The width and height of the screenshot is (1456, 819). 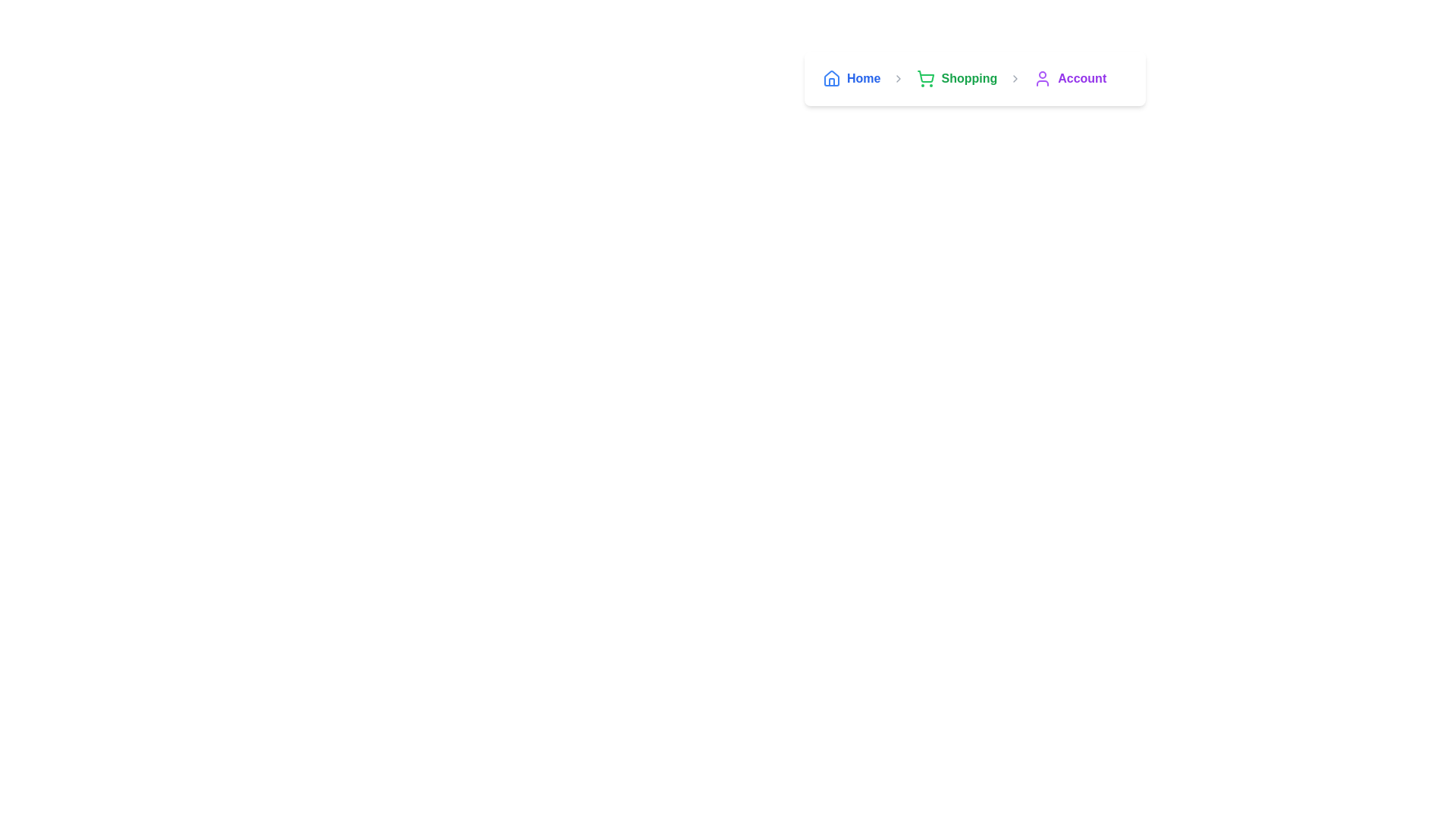 I want to click on the shopping cart icon in the breadcrumb navigation bar, which represents the 'Shopping' section between 'Home' and 'Account', so click(x=925, y=79).